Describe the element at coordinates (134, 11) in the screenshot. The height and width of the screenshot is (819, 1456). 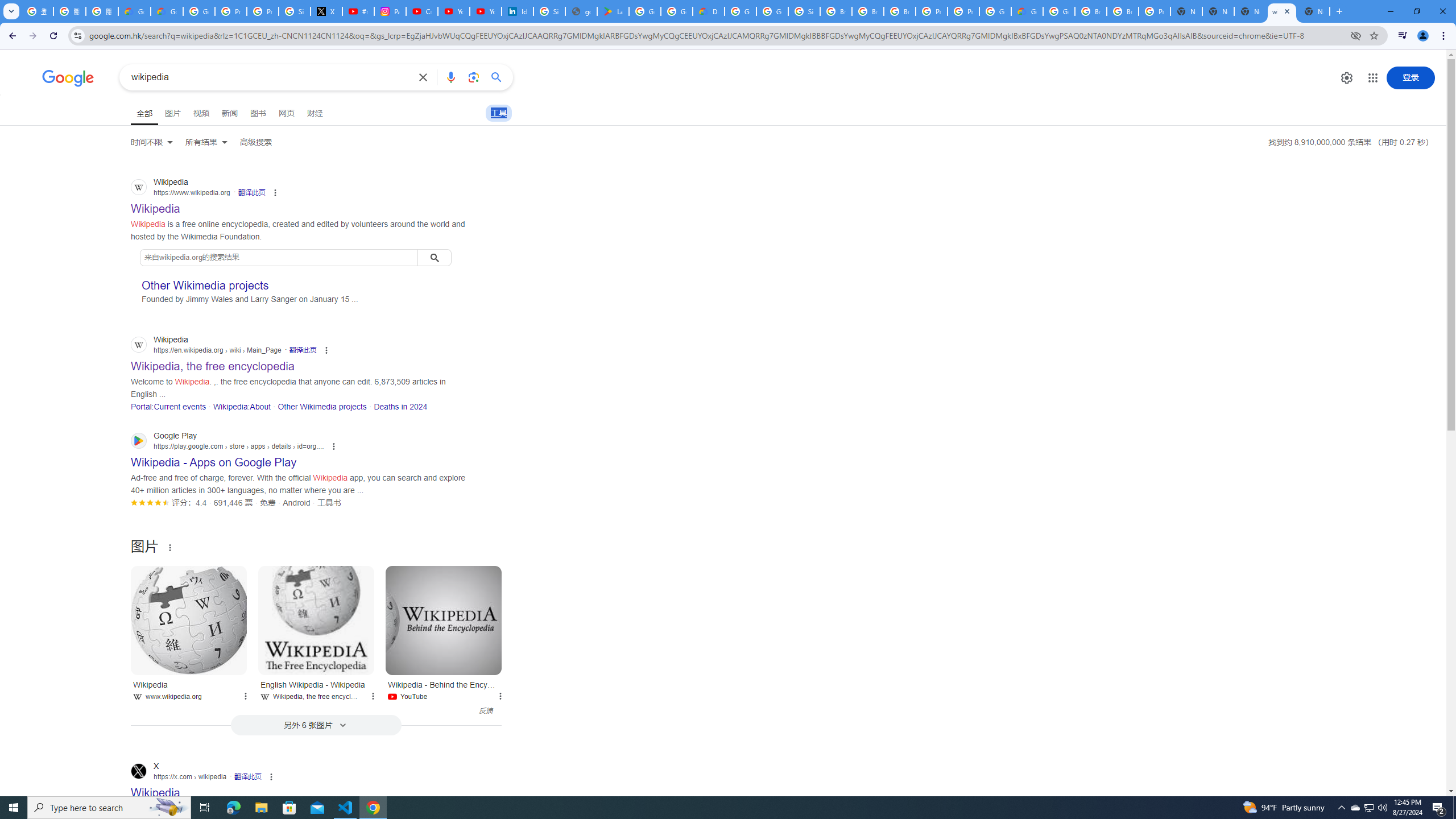
I see `'Google Cloud Privacy Notice'` at that location.